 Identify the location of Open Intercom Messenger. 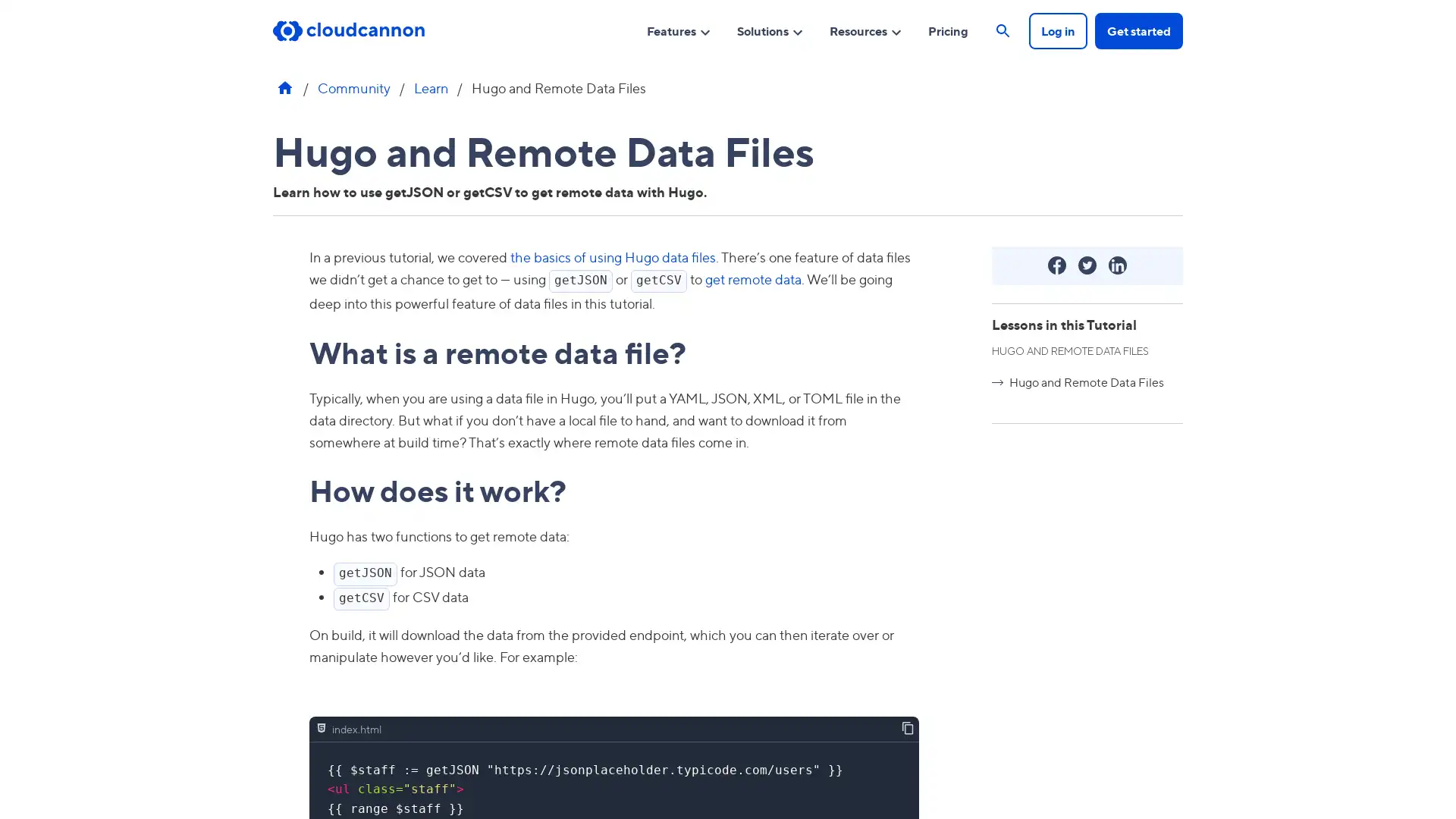
(1417, 780).